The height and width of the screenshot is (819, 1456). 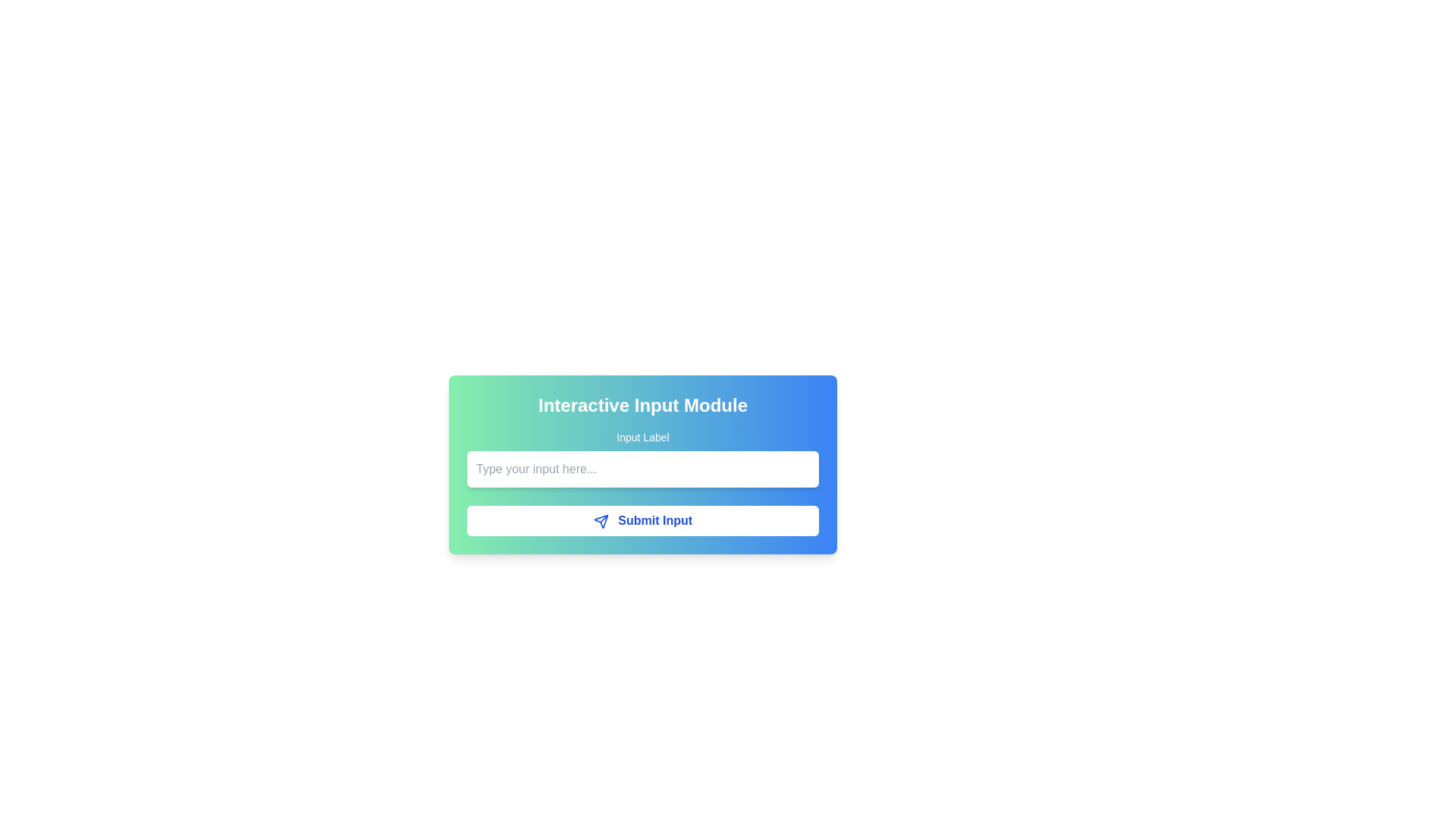 I want to click on the 'Input Label' which displays white text on a gradient green to blue background, located in the top-right section above an input field, so click(x=643, y=438).